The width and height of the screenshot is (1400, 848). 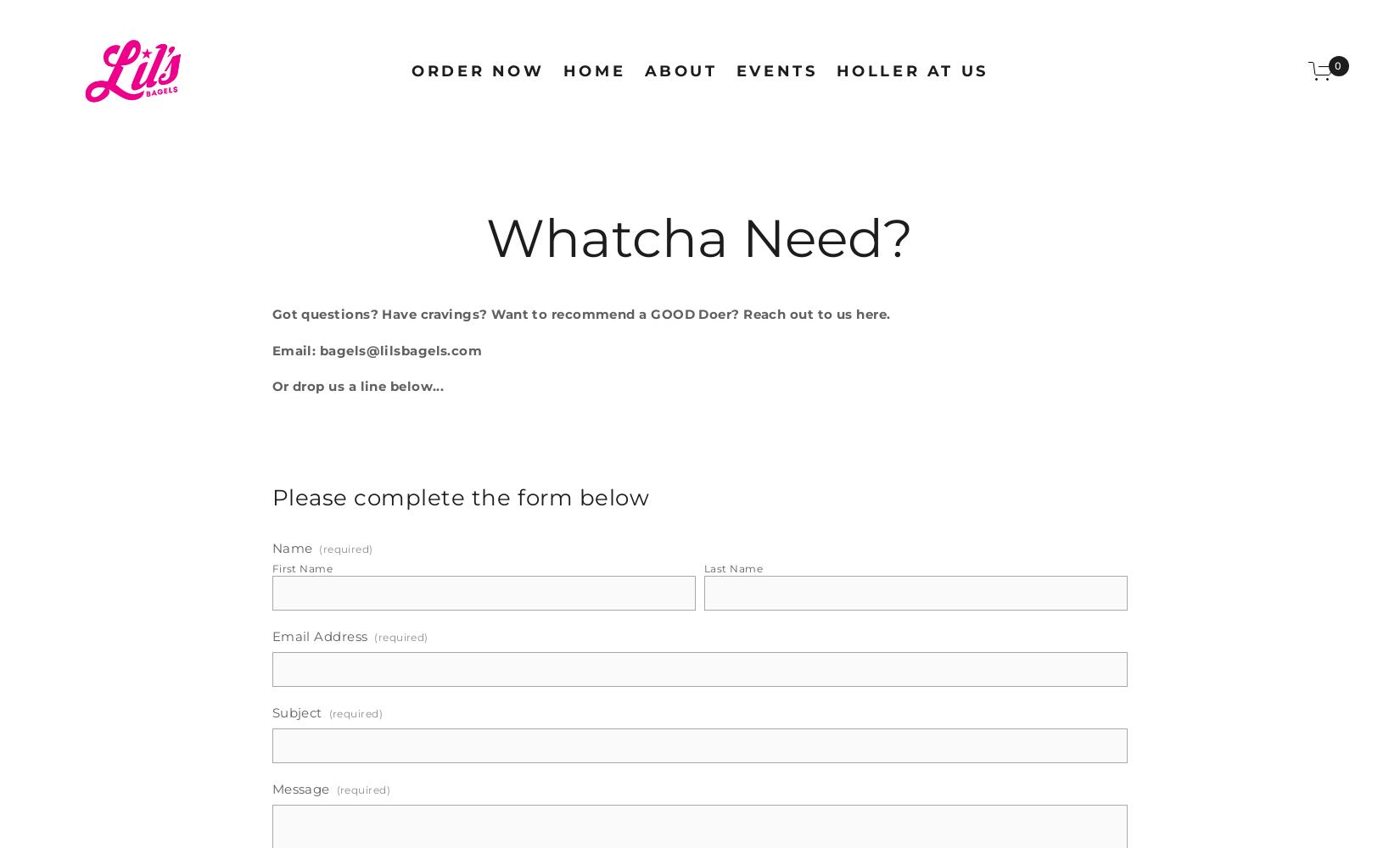 What do you see at coordinates (356, 385) in the screenshot?
I see `'Or drop us a line below...'` at bounding box center [356, 385].